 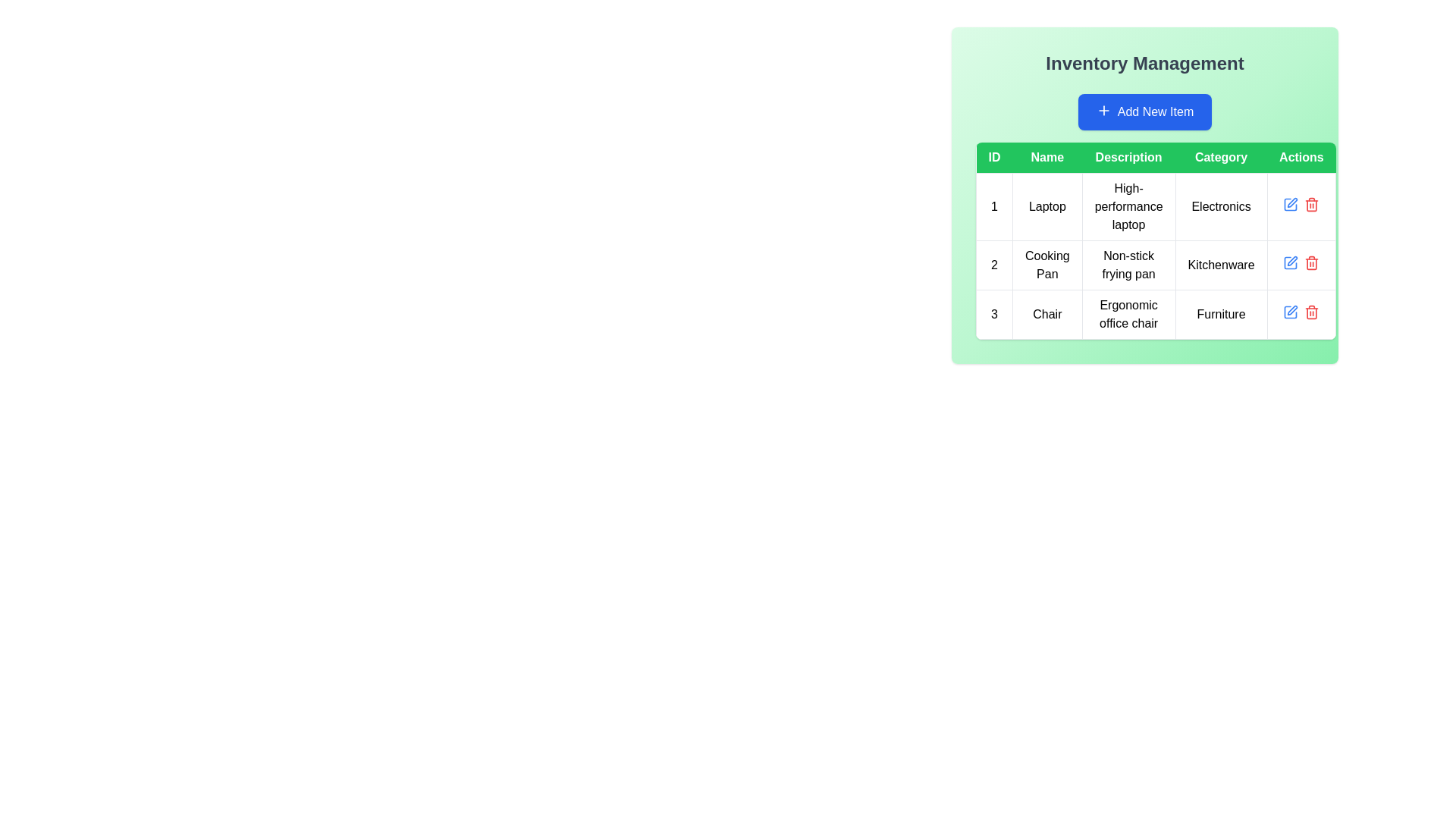 I want to click on the Text Display that shows the name 'Chair' in the second column of the inventory management table, located in the third row, so click(x=1046, y=314).